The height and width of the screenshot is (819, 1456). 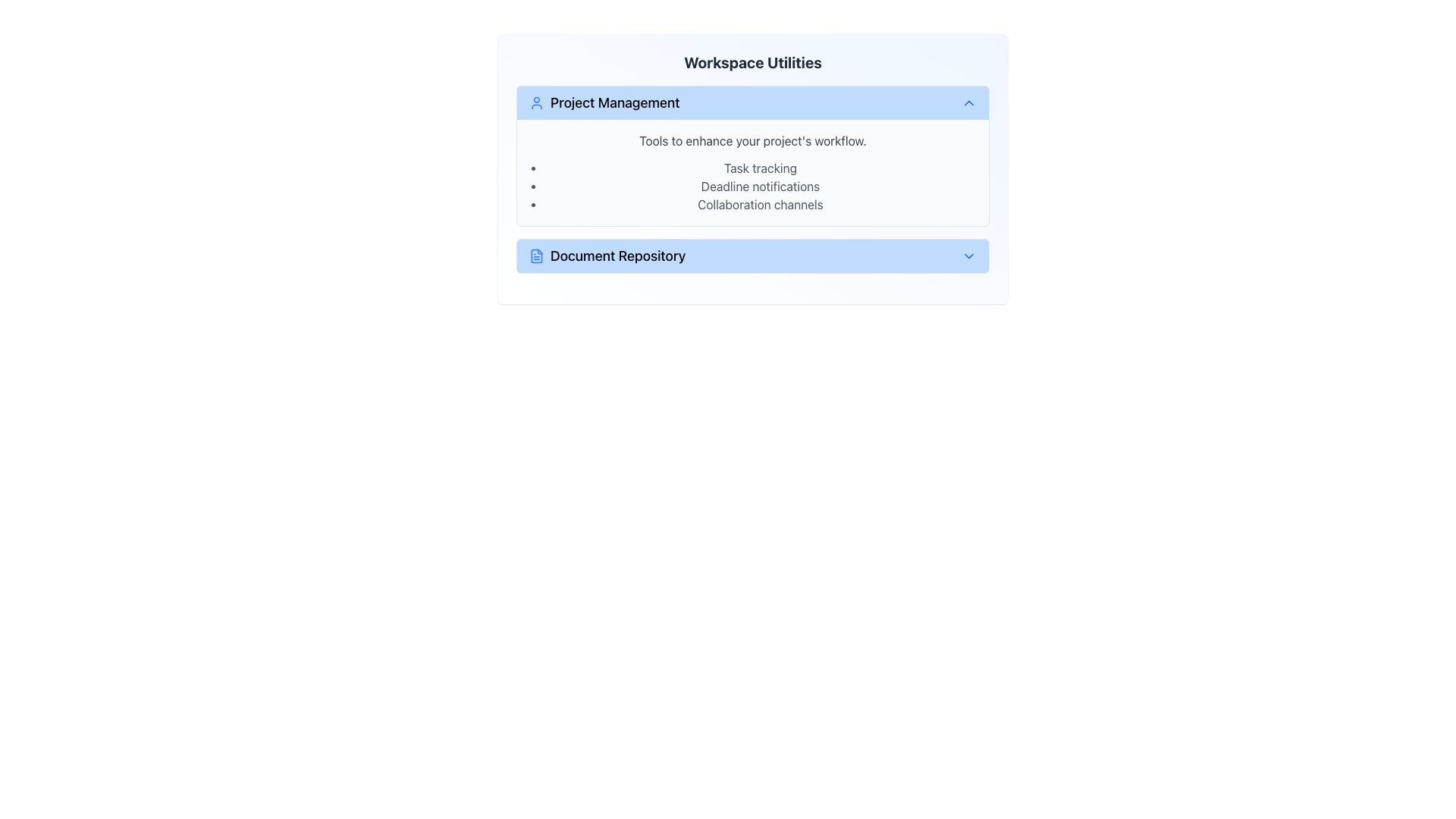 What do you see at coordinates (615, 102) in the screenshot?
I see `the 'Project Management' header text located in the top-left section of the blue-highlighted area in the 'Workspace Utilities' panel, next to the blue user silhouette icon` at bounding box center [615, 102].